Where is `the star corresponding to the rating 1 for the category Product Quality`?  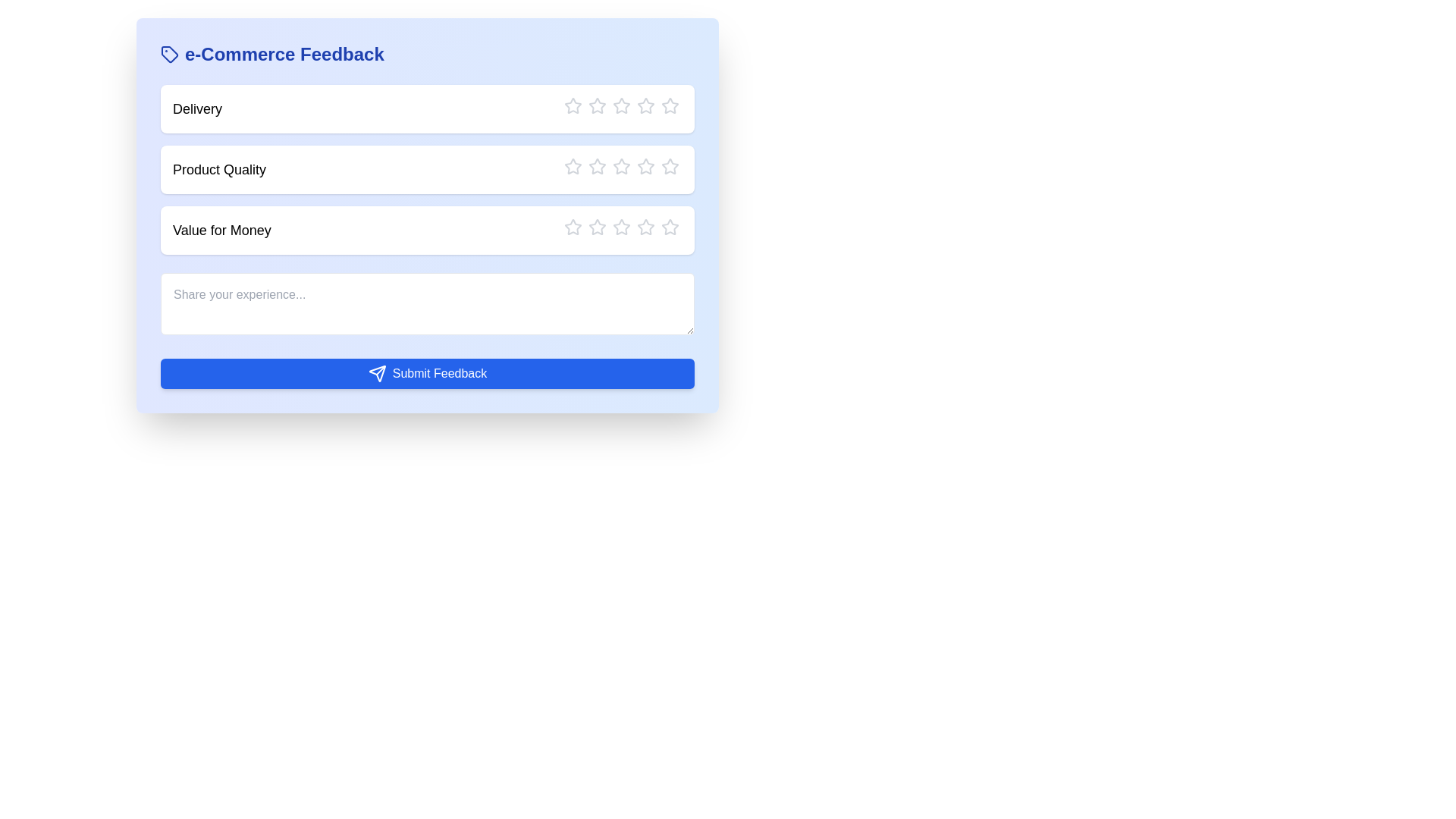 the star corresponding to the rating 1 for the category Product Quality is located at coordinates (563, 166).